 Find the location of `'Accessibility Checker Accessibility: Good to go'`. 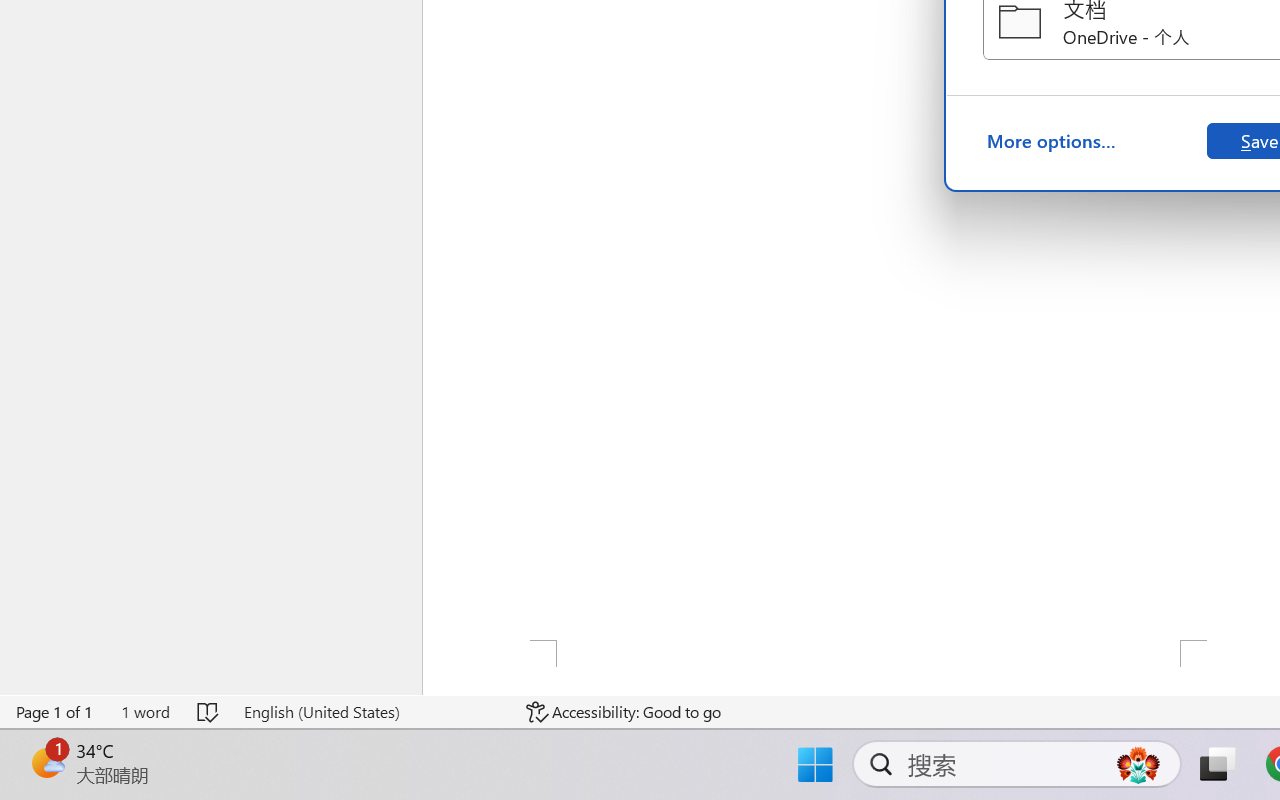

'Accessibility Checker Accessibility: Good to go' is located at coordinates (623, 711).